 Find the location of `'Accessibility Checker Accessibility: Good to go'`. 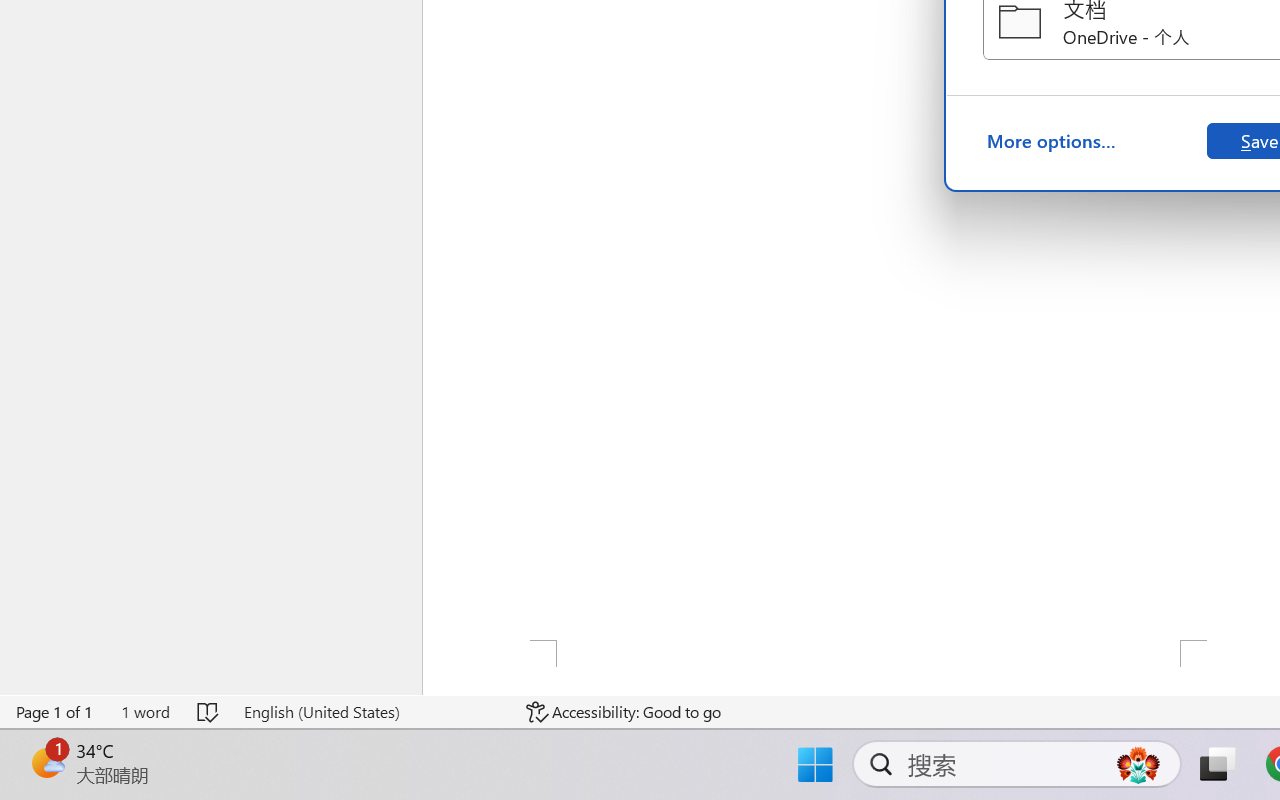

'Accessibility Checker Accessibility: Good to go' is located at coordinates (623, 711).